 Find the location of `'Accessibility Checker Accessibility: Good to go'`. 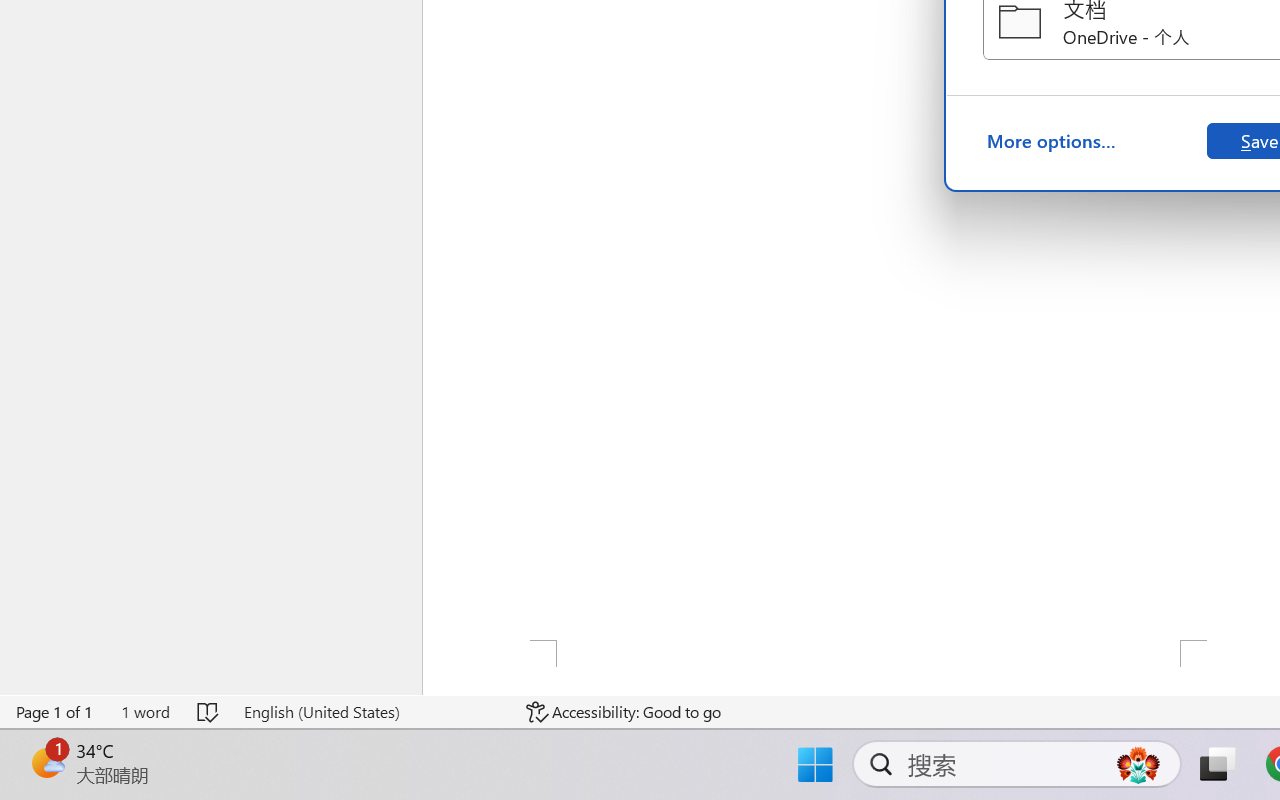

'Accessibility Checker Accessibility: Good to go' is located at coordinates (623, 711).